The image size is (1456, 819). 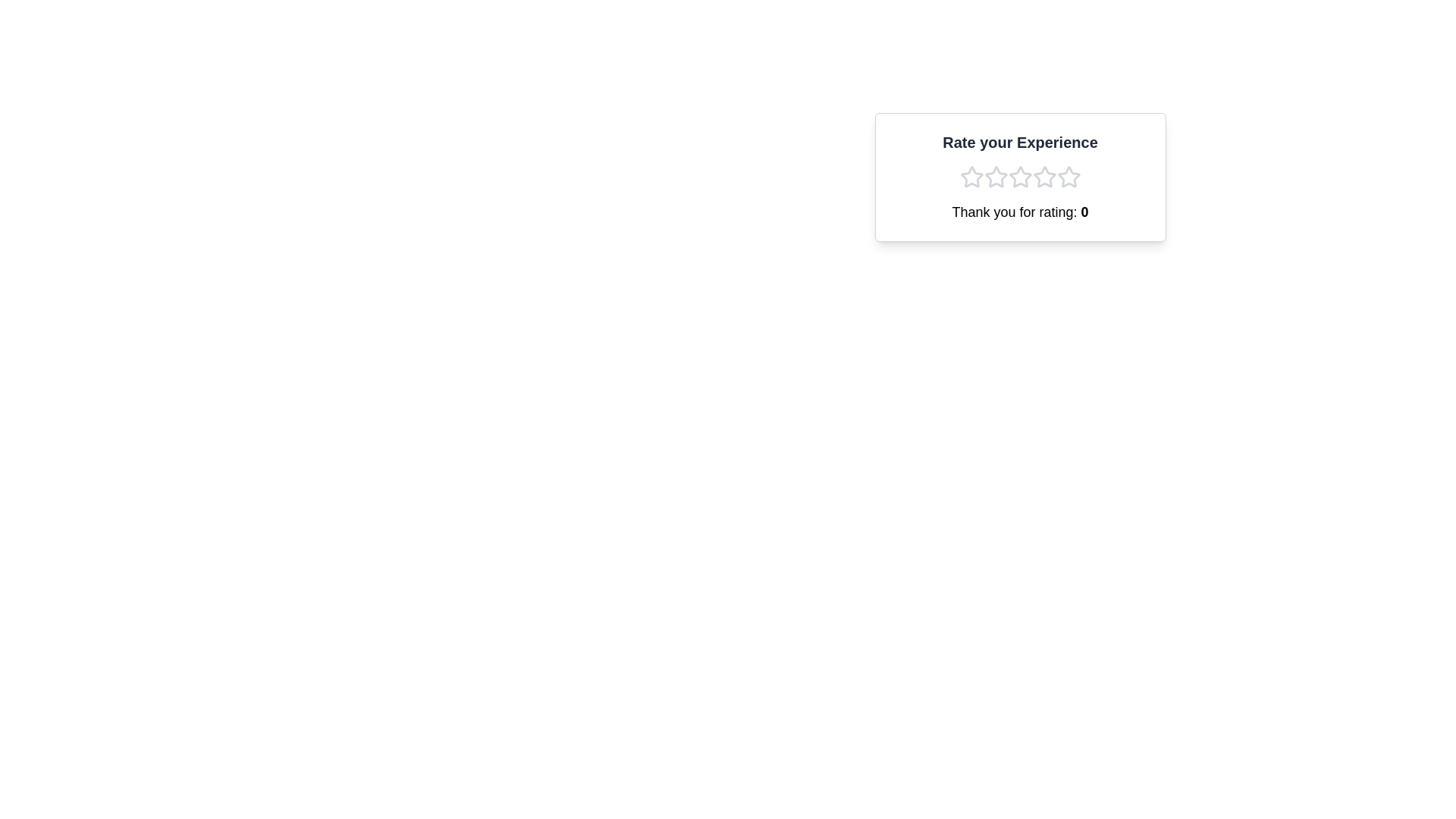 I want to click on the confirmation and feedback Text label that displays the selected rating, located directly below the group of five star icons, so click(x=1020, y=212).